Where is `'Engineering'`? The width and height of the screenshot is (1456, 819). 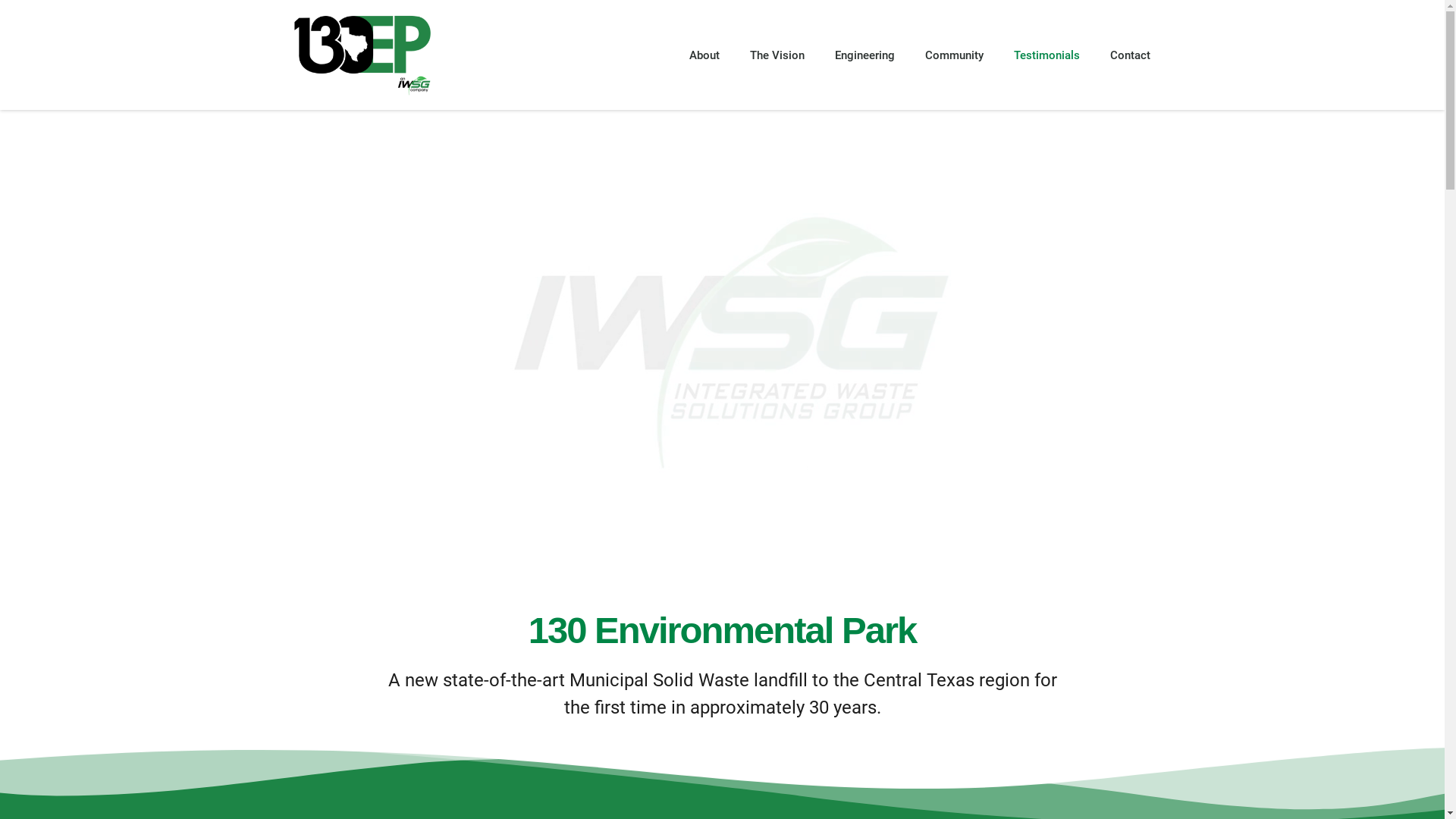 'Engineering' is located at coordinates (864, 54).